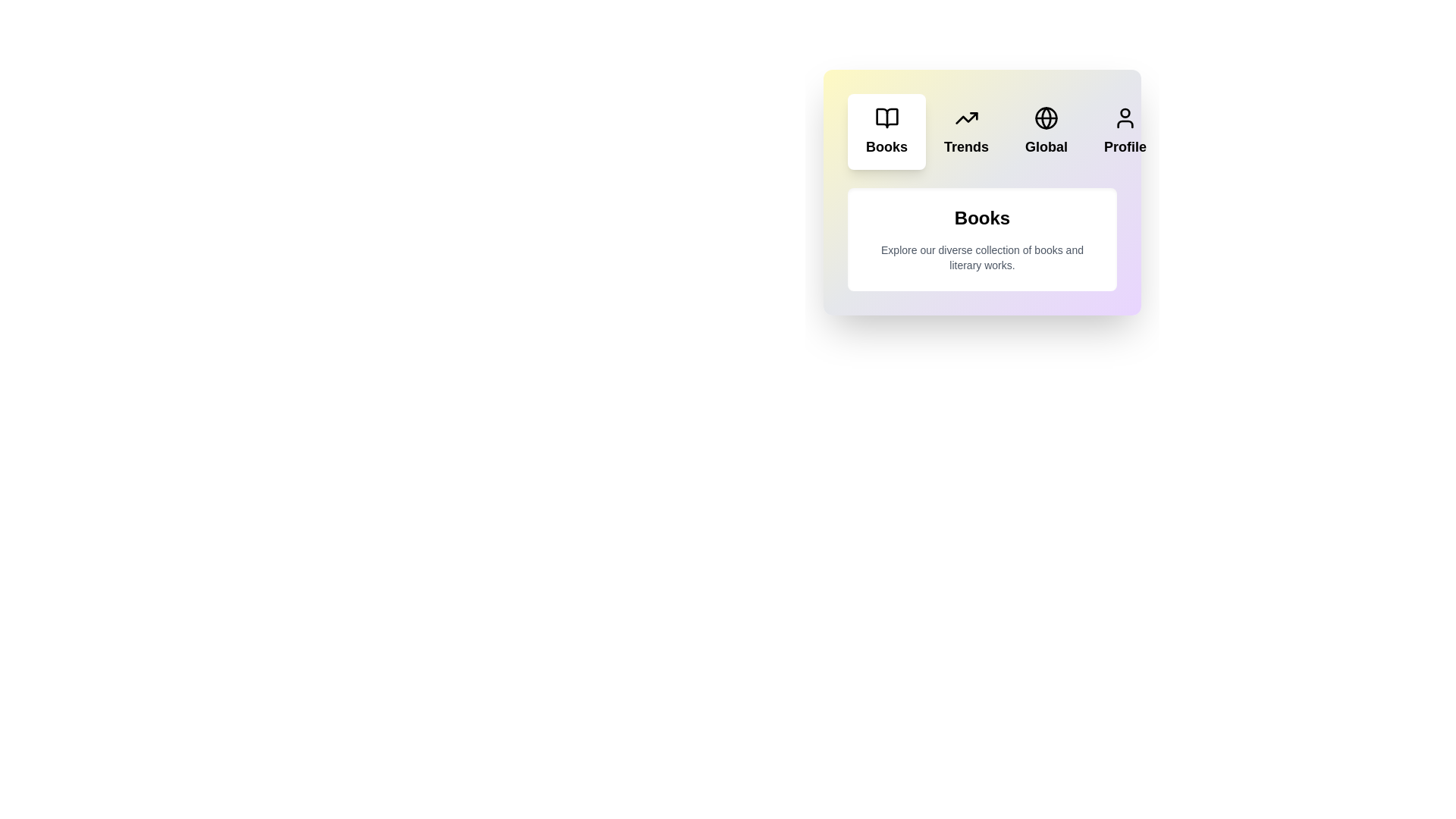 This screenshot has width=1456, height=819. What do you see at coordinates (1046, 130) in the screenshot?
I see `the tab labeled Global` at bounding box center [1046, 130].